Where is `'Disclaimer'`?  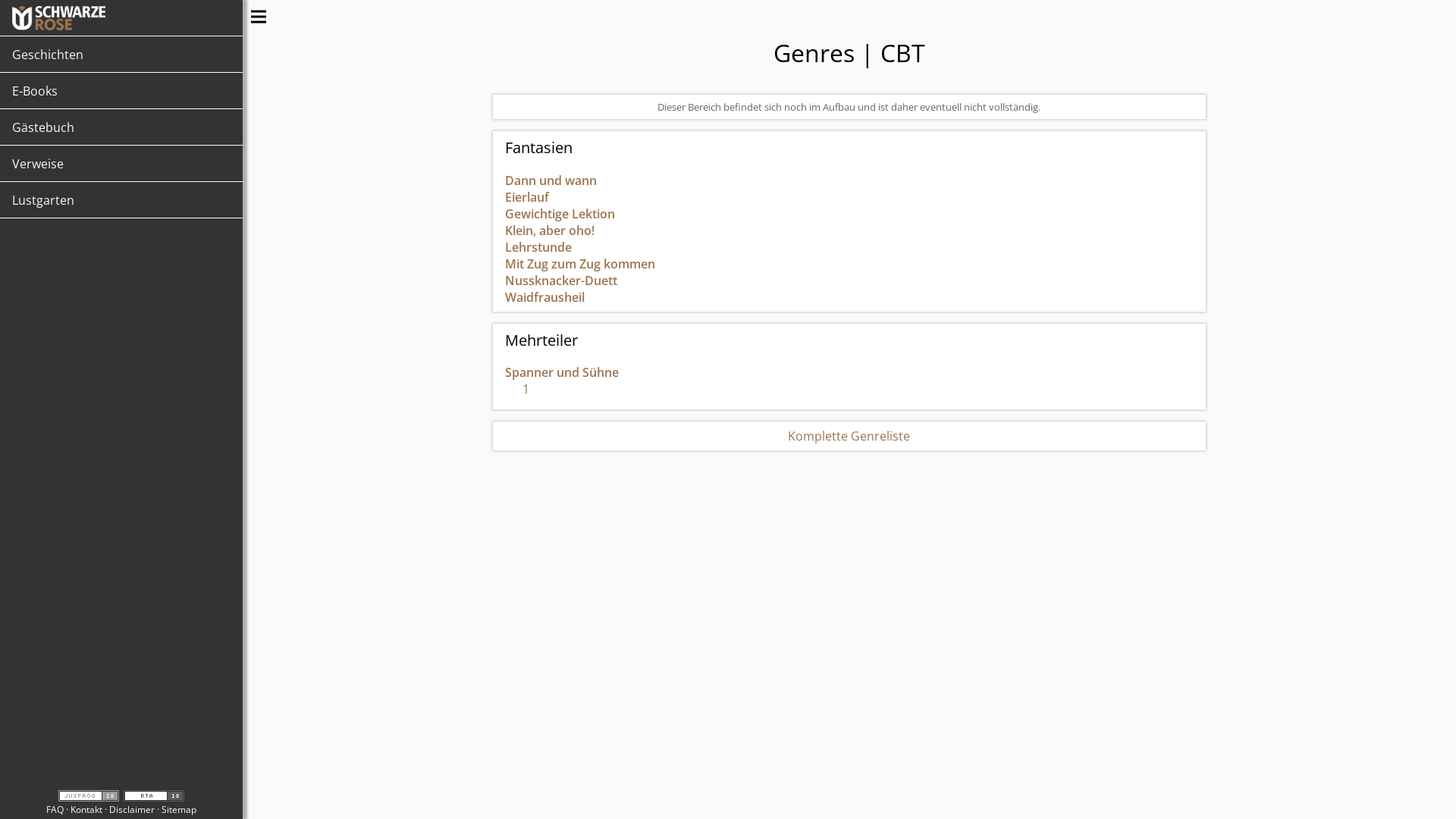 'Disclaimer' is located at coordinates (131, 808).